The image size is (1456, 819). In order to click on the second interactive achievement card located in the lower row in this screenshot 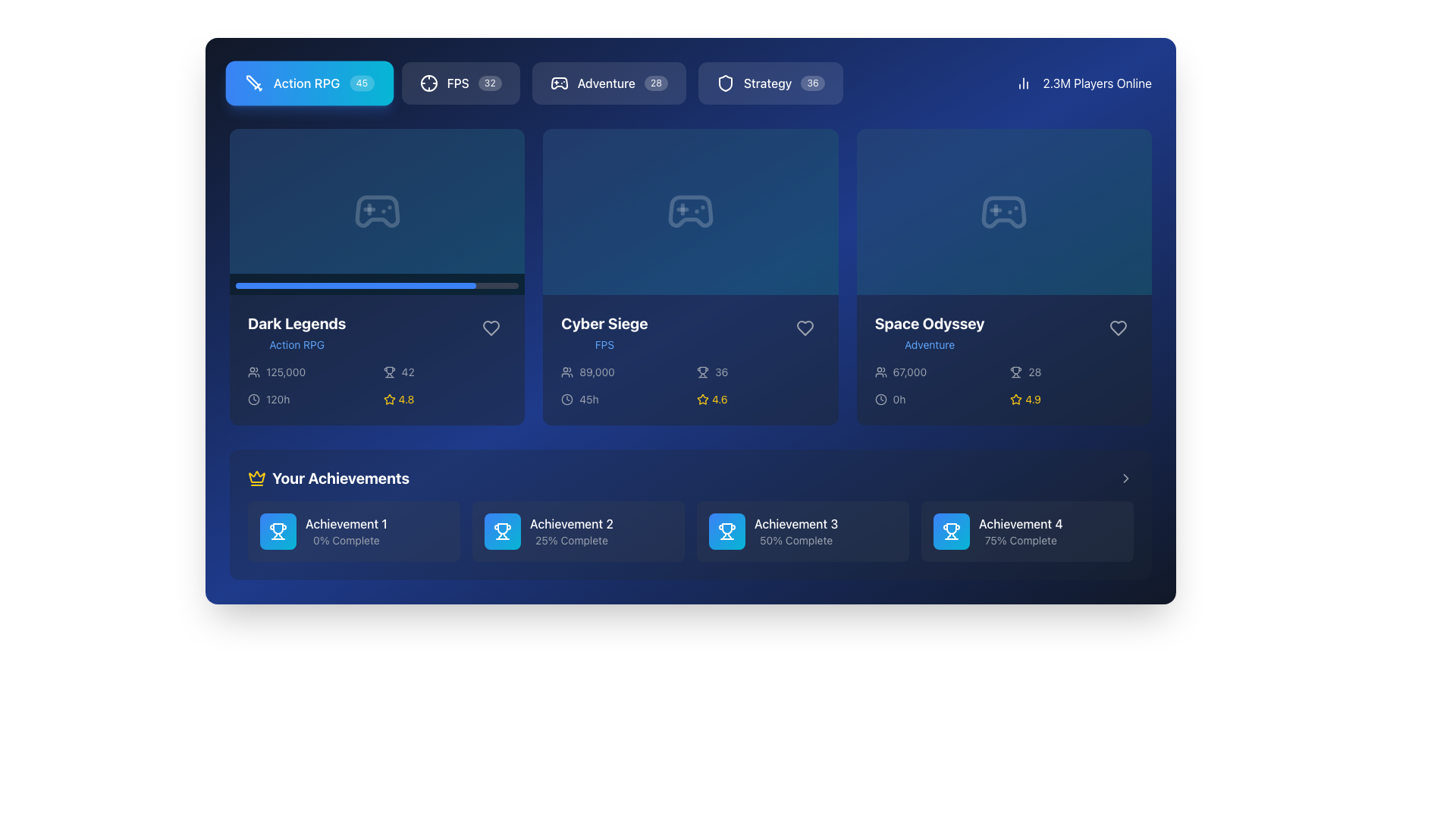, I will do `click(578, 531)`.